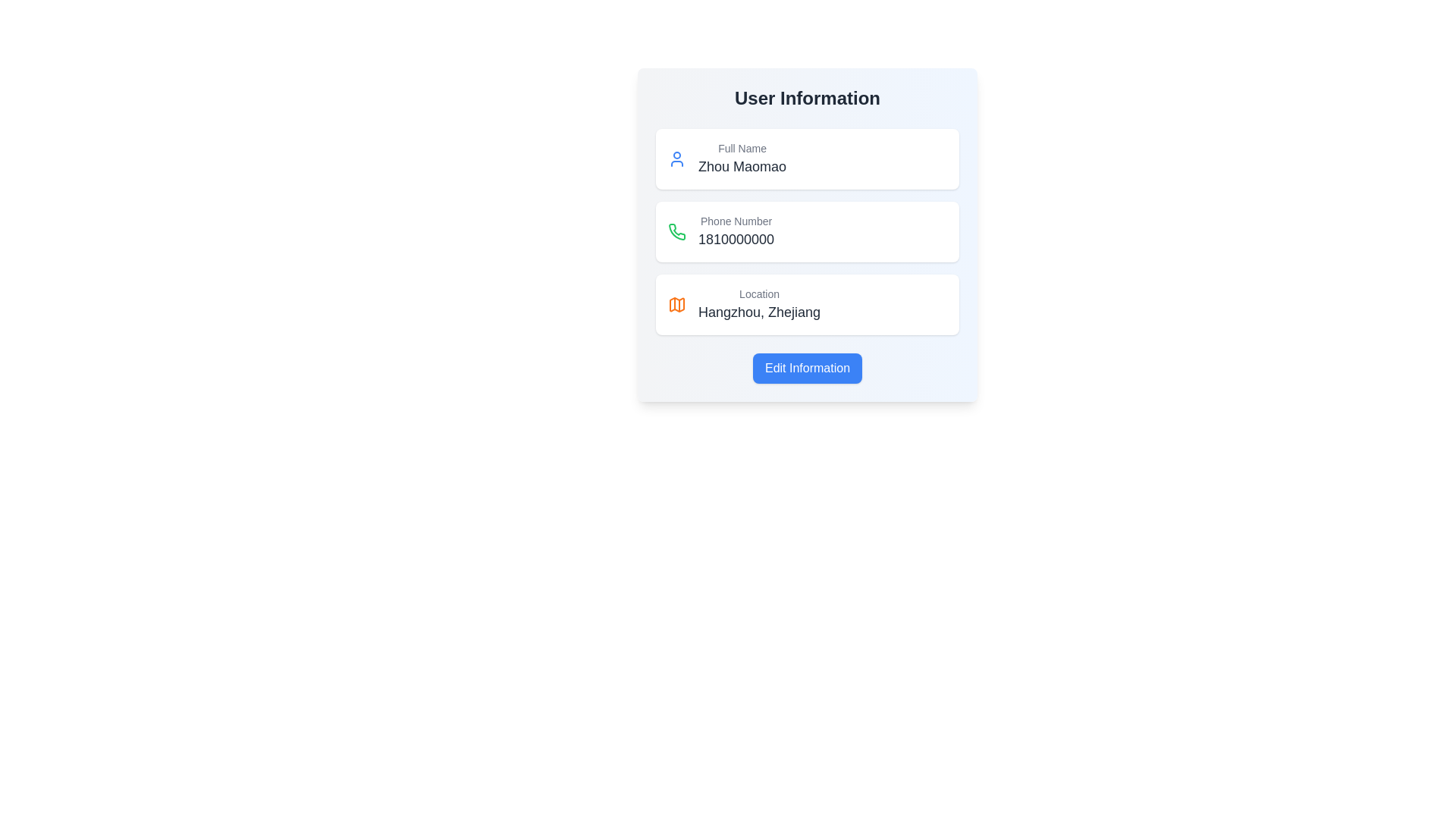 This screenshot has width=1456, height=819. Describe the element at coordinates (807, 369) in the screenshot. I see `the edit button located below the 'Location' section` at that location.